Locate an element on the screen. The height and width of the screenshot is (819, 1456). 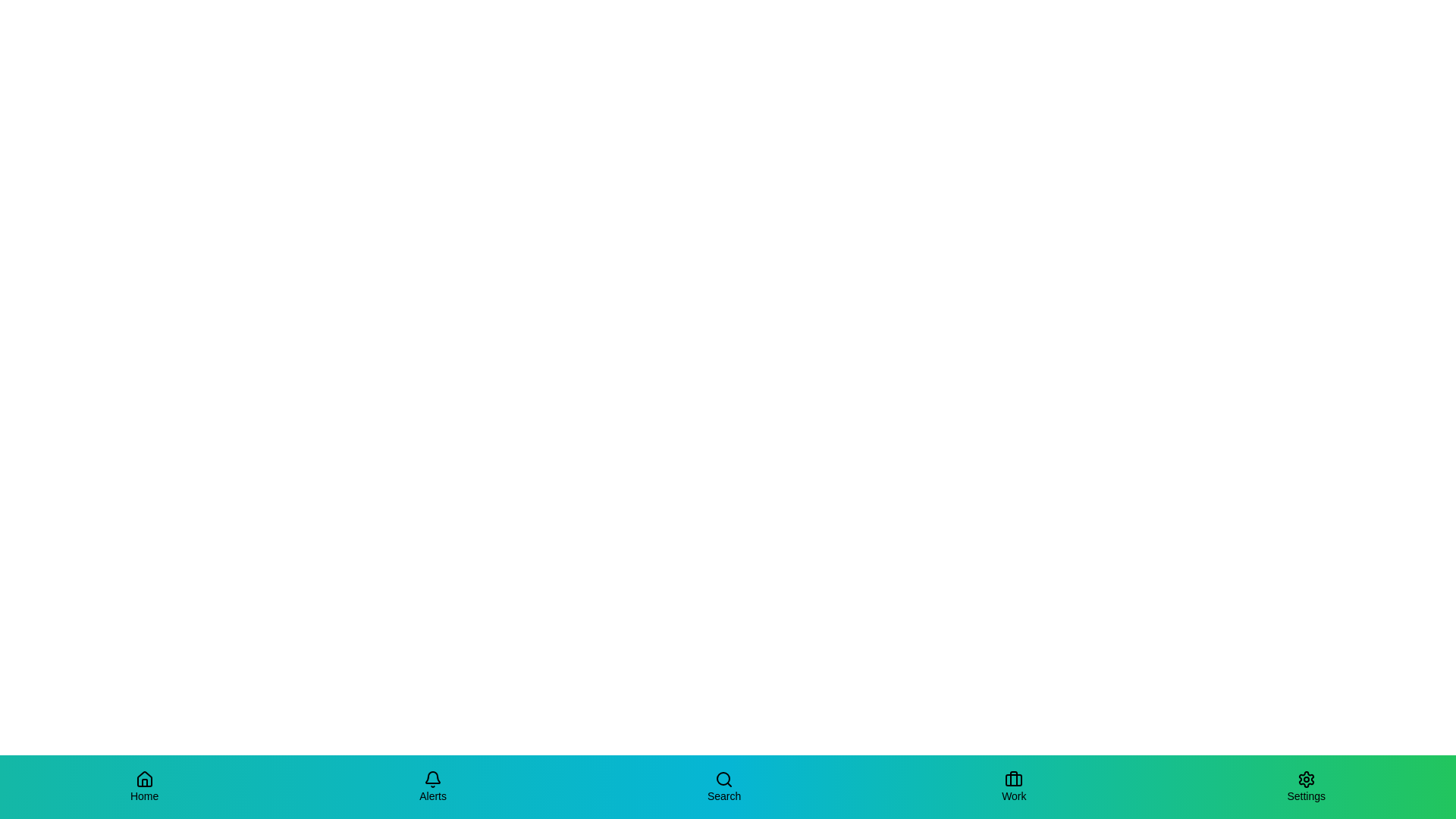
the Work tab to observe the scale effect is located at coordinates (1014, 786).